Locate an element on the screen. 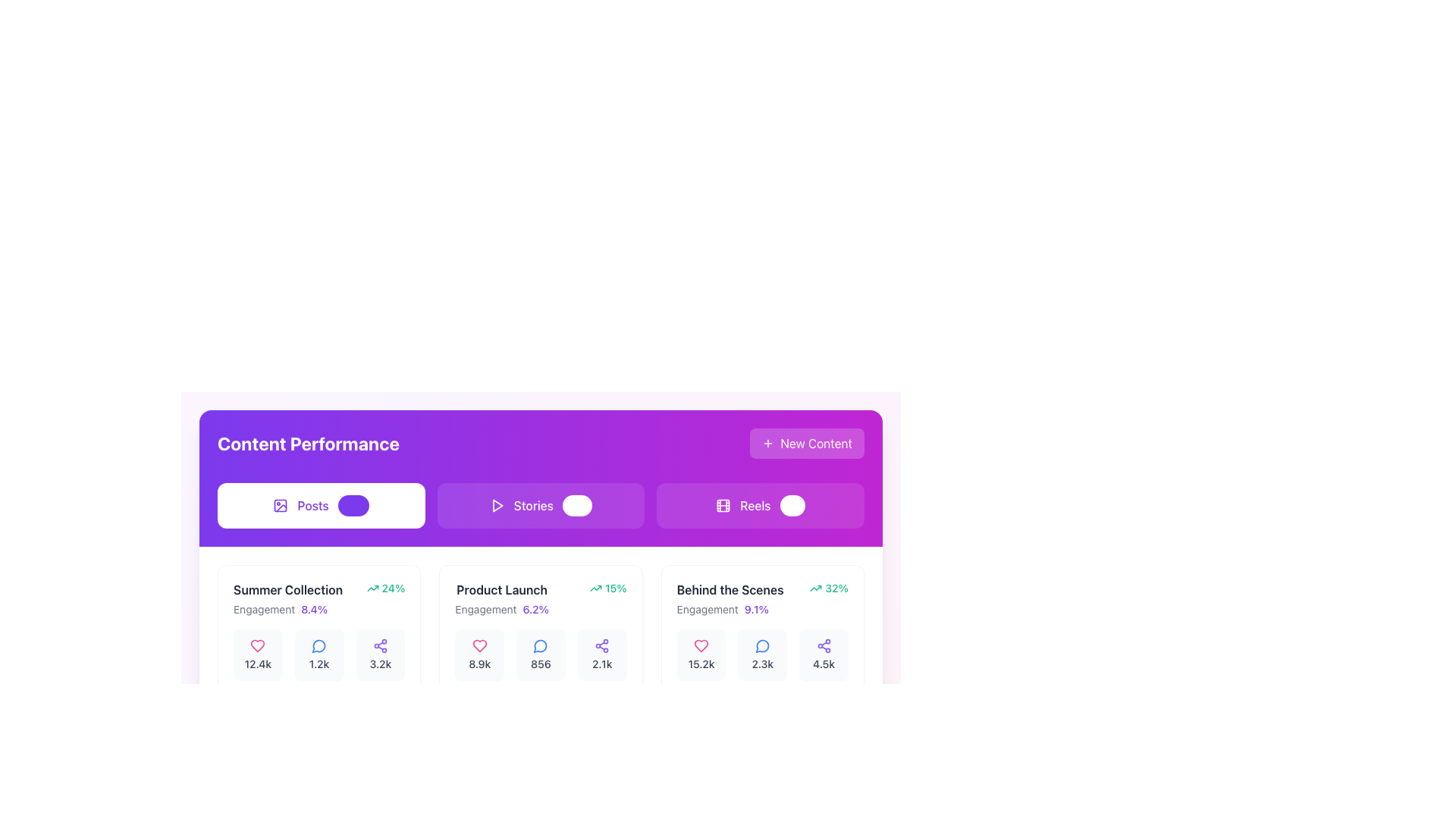 This screenshot has height=819, width=1456. the display component with a blue speech bubble icon and the numeric text '1.2k' beneath it, located in the center of the group under the 'Summer Collection' section is located at coordinates (318, 654).